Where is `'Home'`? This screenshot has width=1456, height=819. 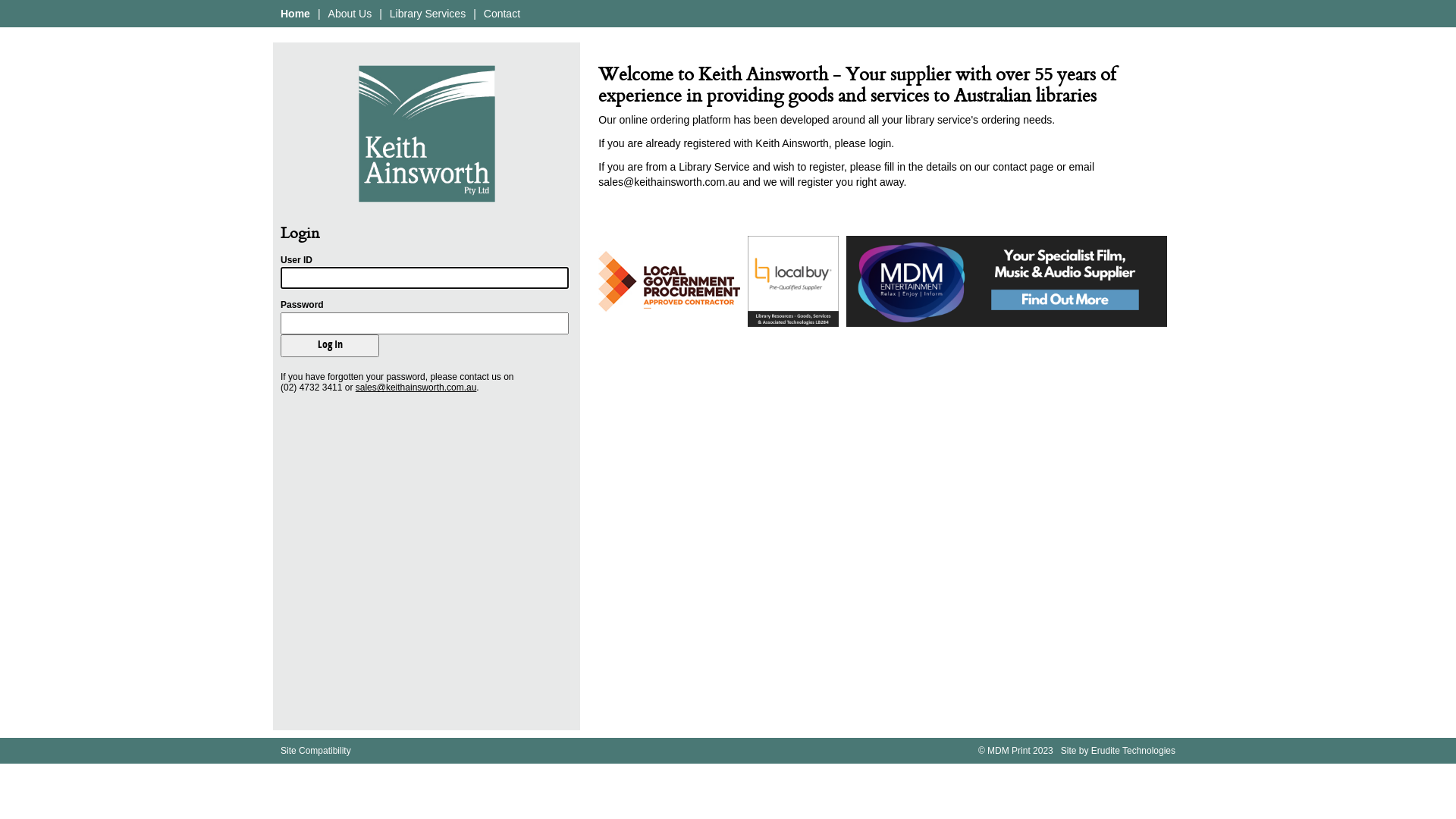 'Home' is located at coordinates (295, 14).